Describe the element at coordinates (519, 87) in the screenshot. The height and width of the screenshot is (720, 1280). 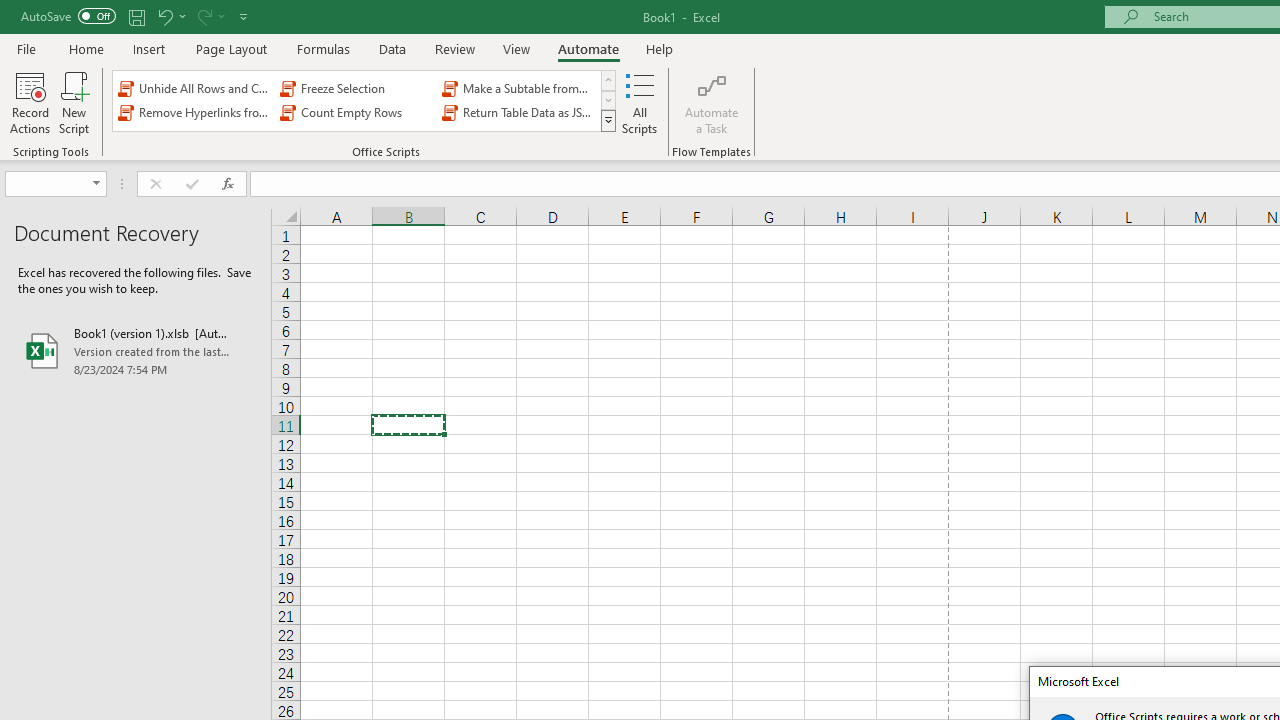
I see `'Make a Subtable from a Selection'` at that location.